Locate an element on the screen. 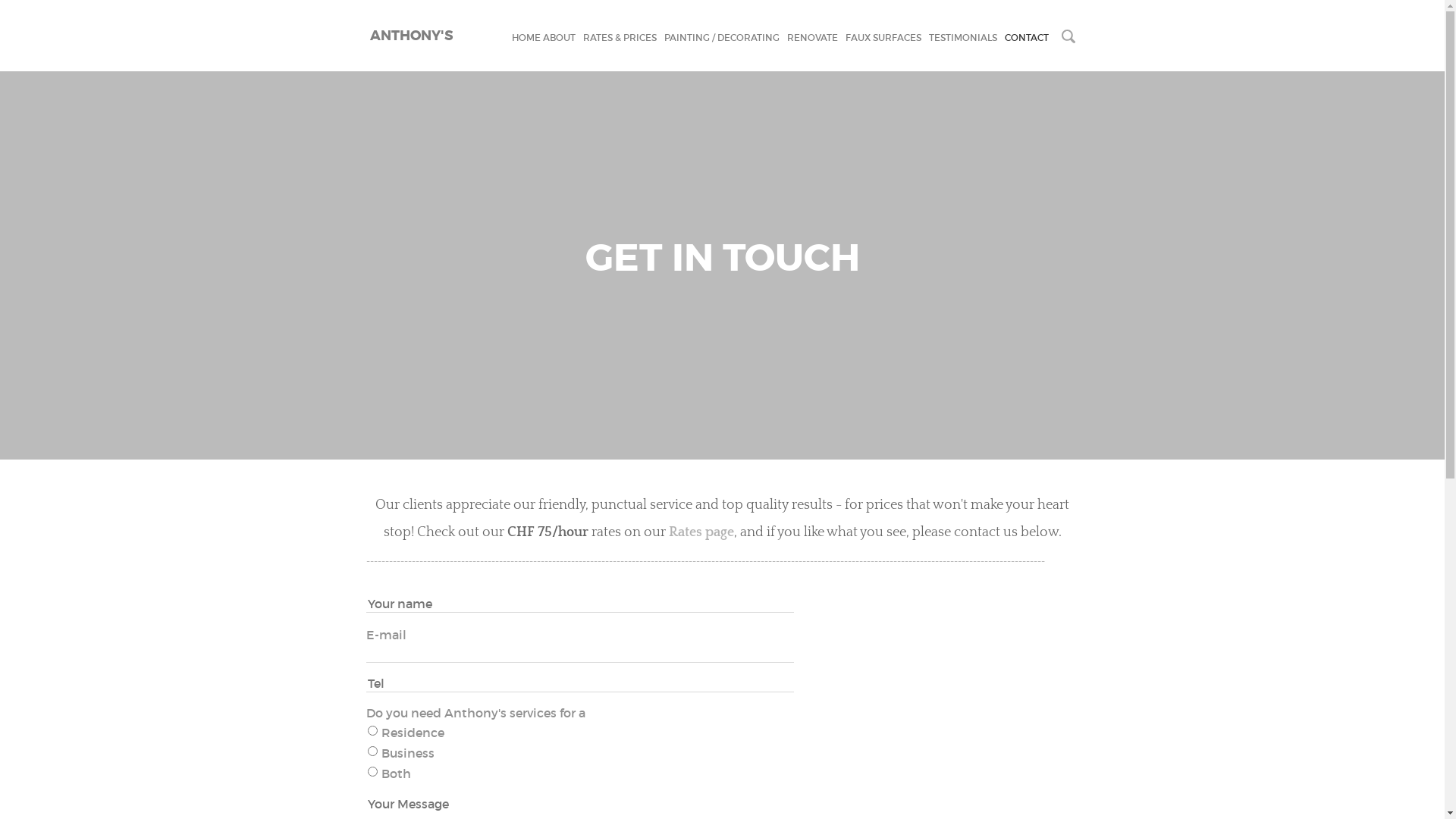 Image resolution: width=1456 pixels, height=819 pixels. ' ANTHONY'S' is located at coordinates (365, 34).